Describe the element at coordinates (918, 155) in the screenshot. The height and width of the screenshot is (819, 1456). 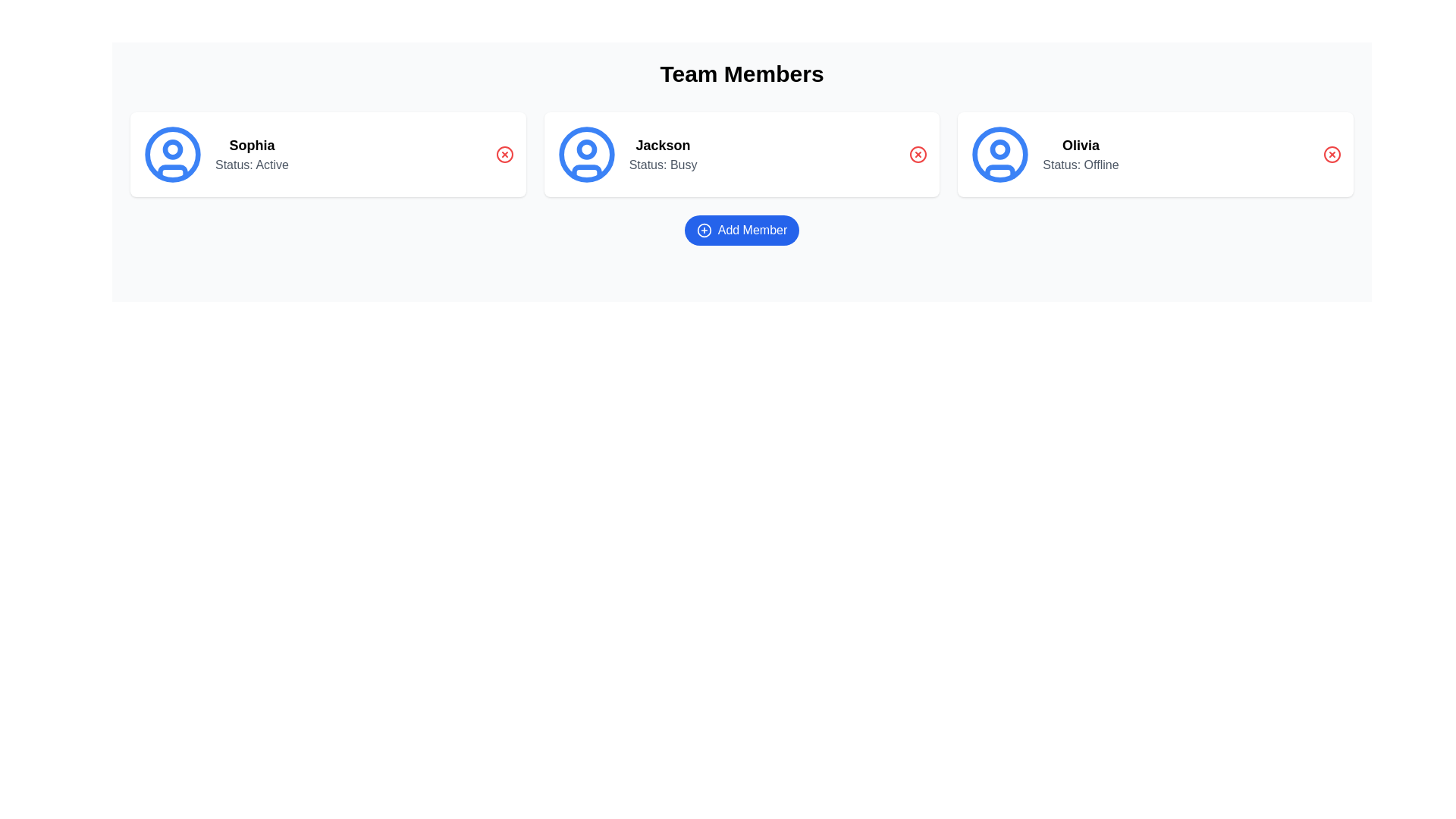
I see `the delete icon button located at the extreme right side of the user card displaying 'Jackson - Status: Busy'` at that location.